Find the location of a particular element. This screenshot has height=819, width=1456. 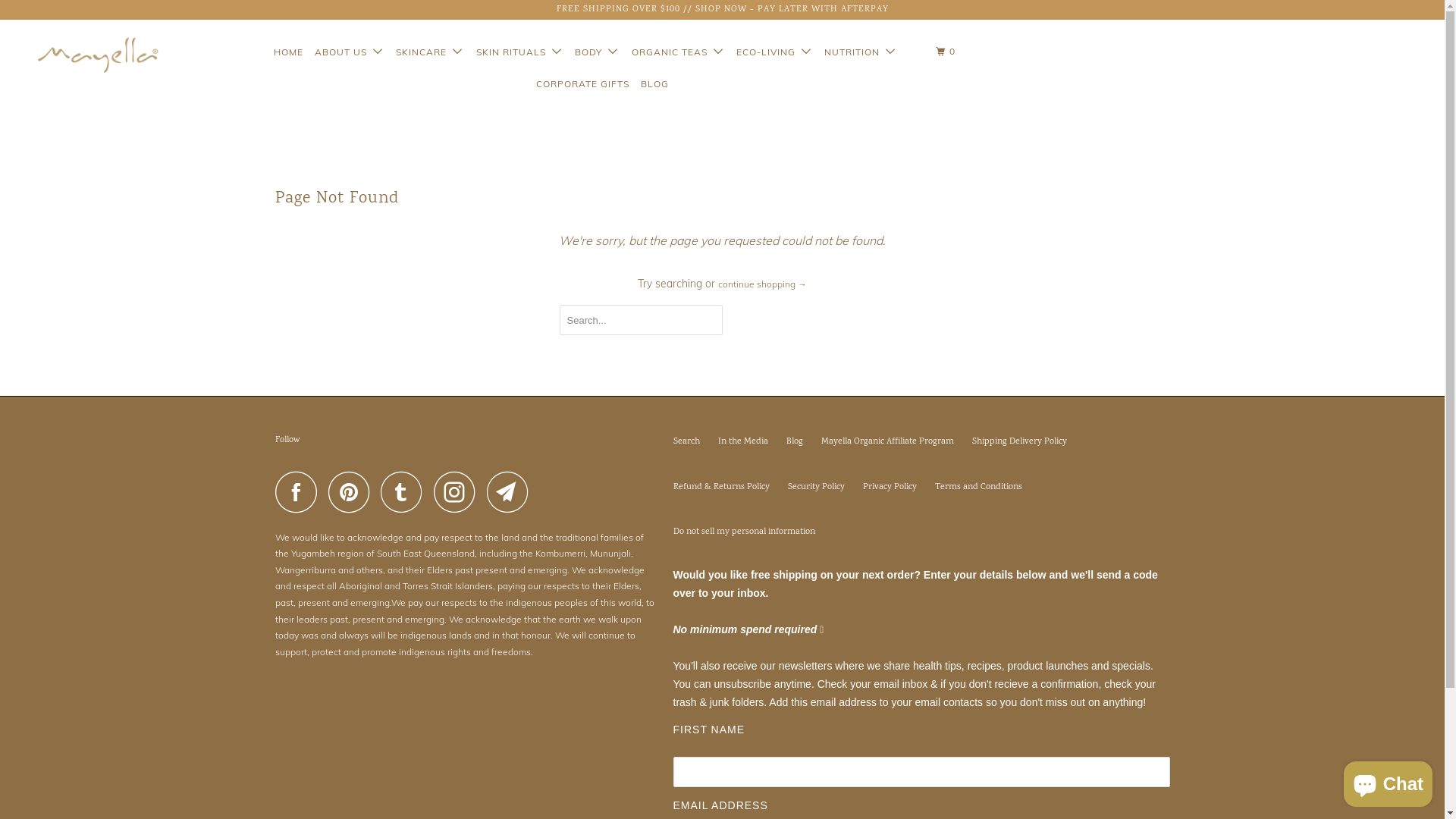

'Blog' is located at coordinates (792, 441).